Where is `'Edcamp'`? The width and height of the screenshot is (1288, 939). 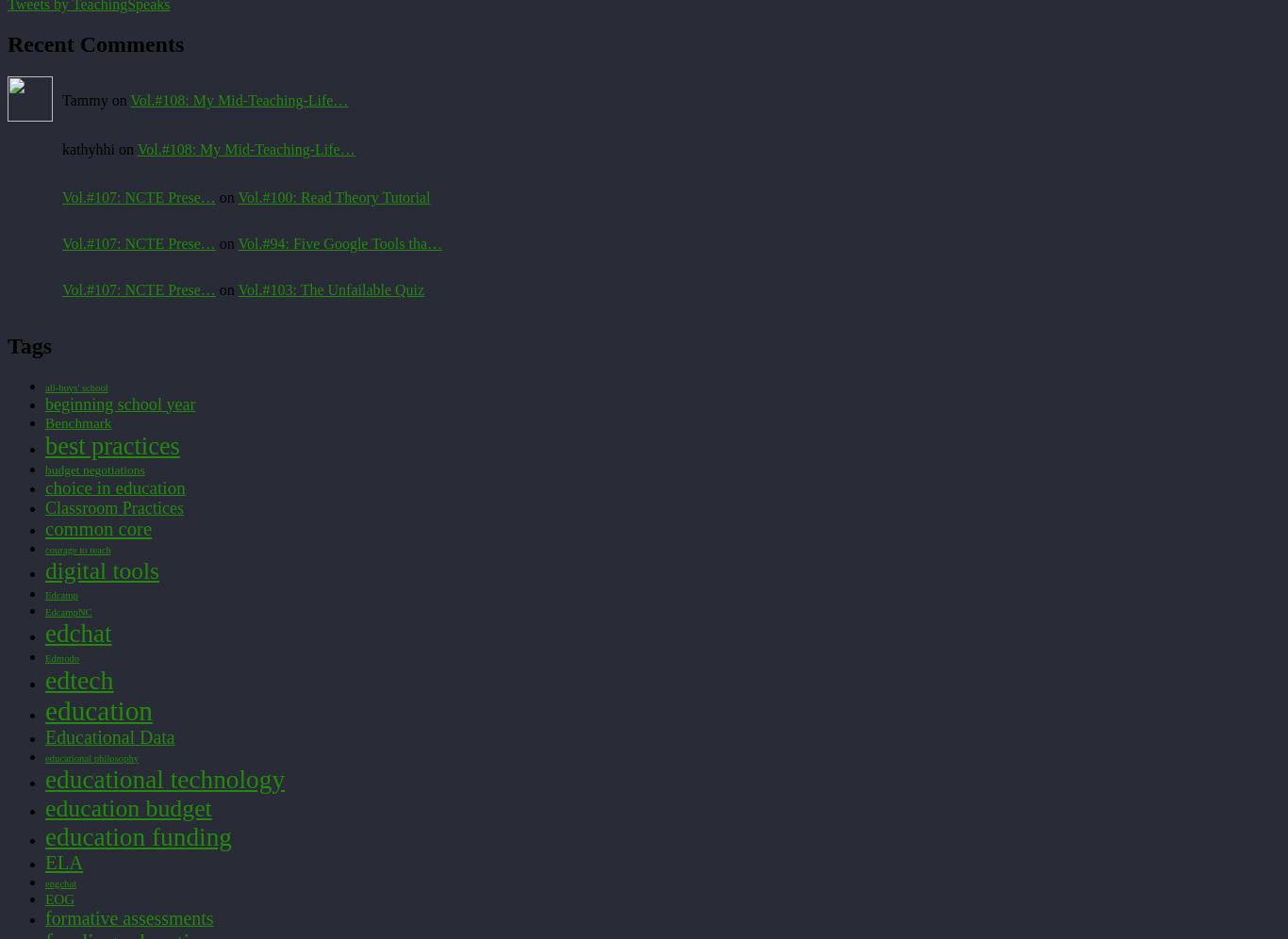
'Edcamp' is located at coordinates (61, 593).